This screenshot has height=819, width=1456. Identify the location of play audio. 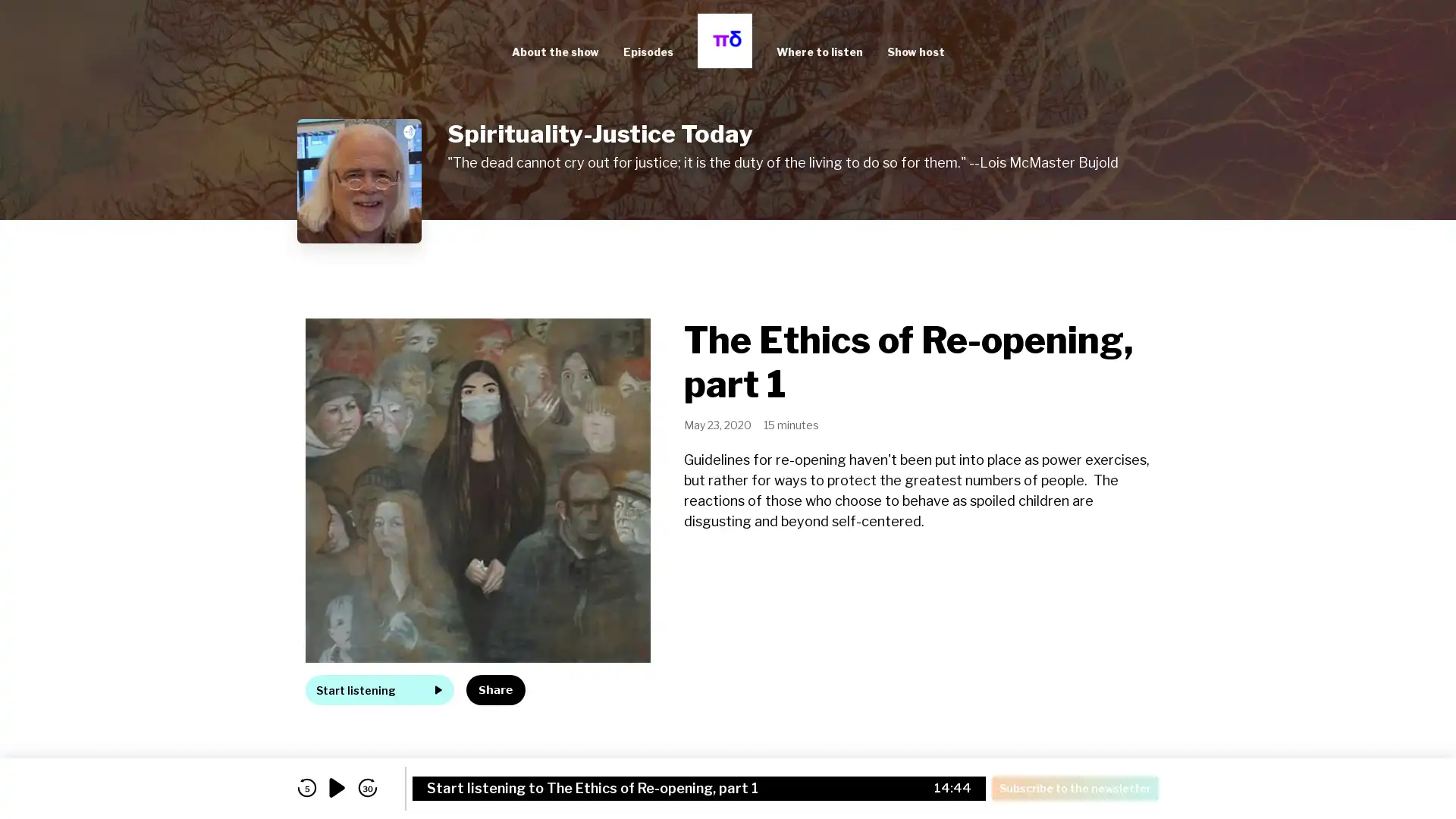
(337, 787).